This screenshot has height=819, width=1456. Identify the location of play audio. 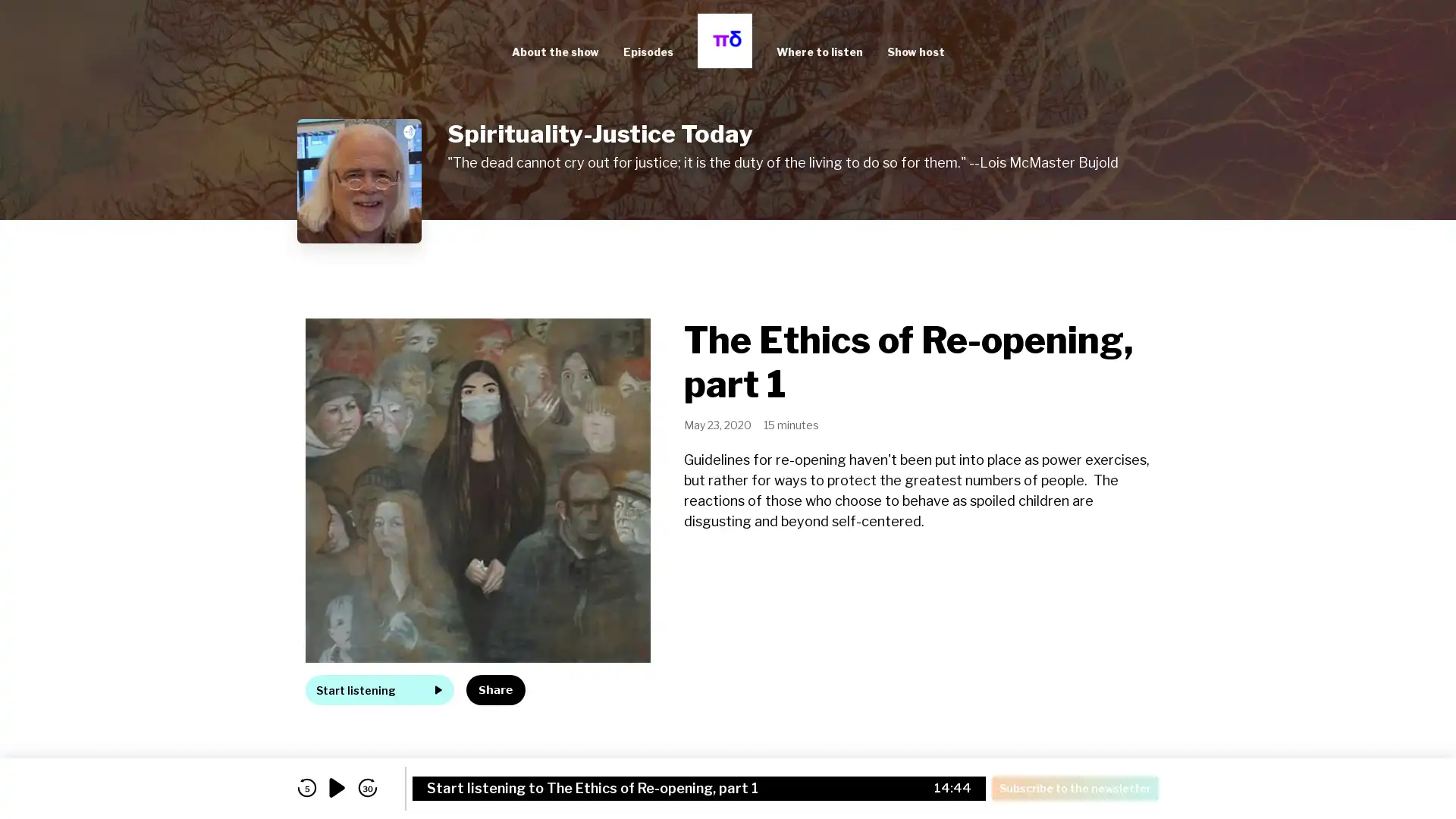
(337, 787).